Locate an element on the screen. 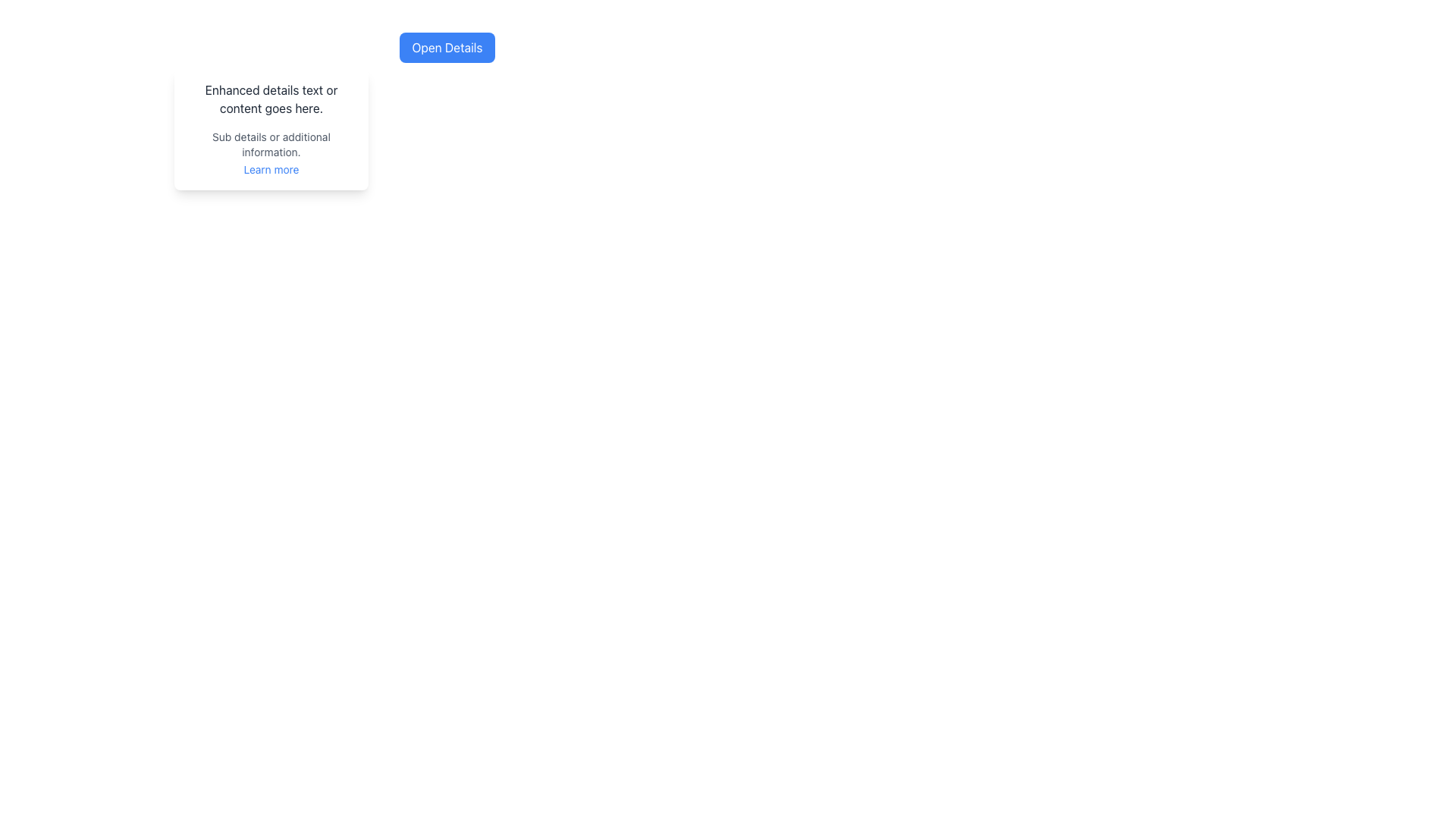  the blue button labeled 'Open Details' to trigger potential hover effects is located at coordinates (447, 46).